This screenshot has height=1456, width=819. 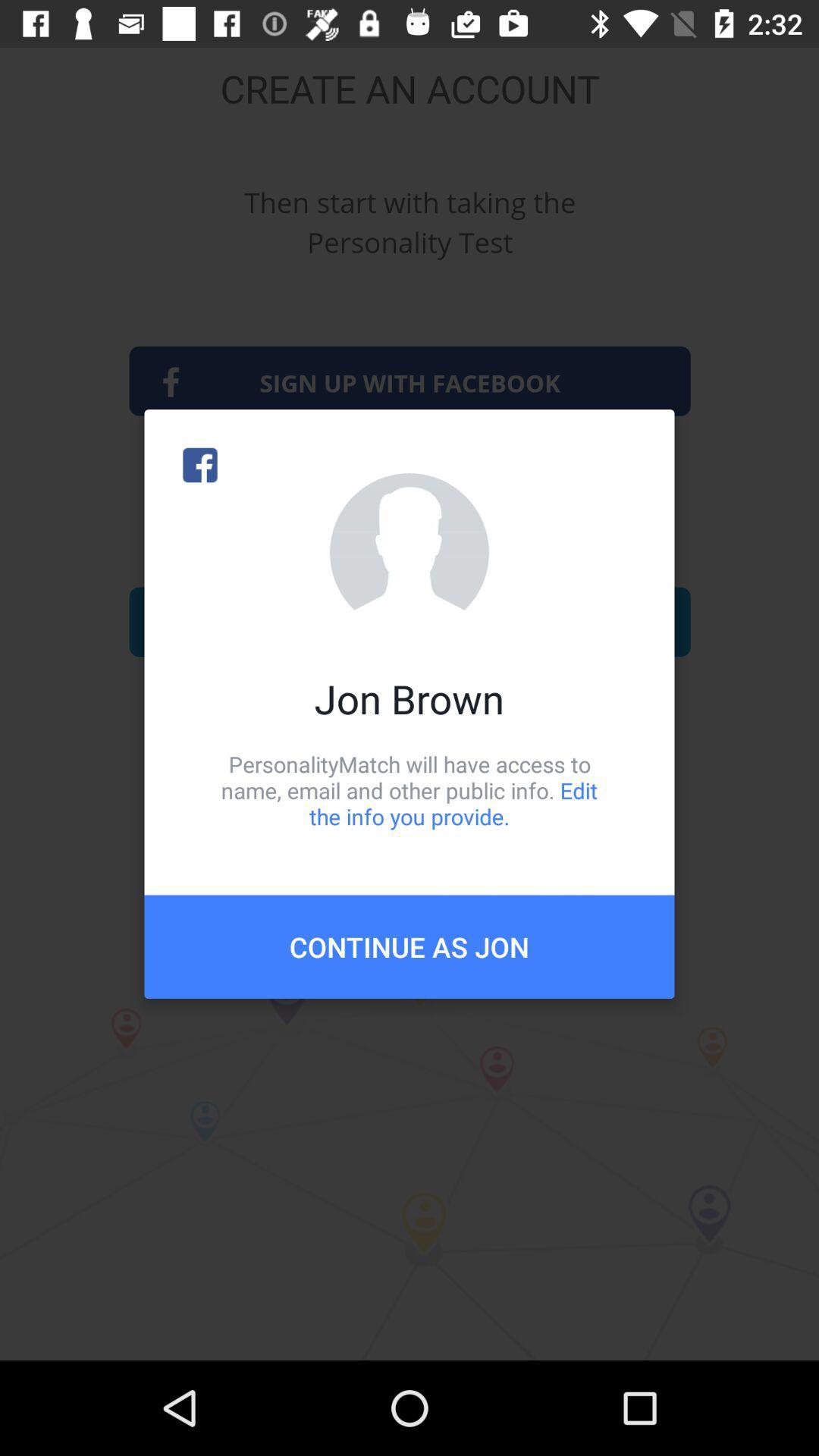 I want to click on the item above continue as jon, so click(x=409, y=789).